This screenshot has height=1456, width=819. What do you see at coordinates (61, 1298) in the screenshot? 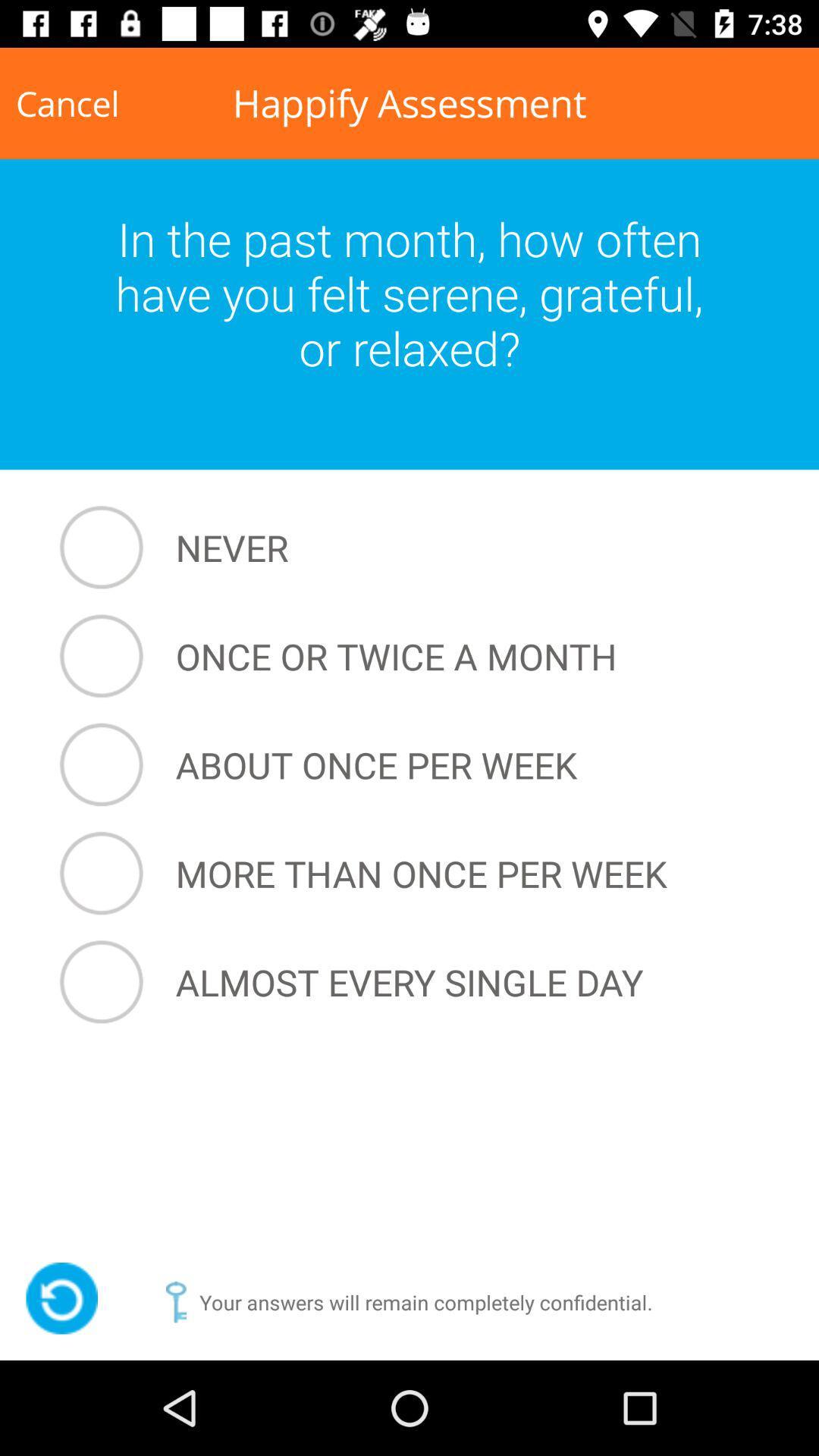
I see `the refresh icon` at bounding box center [61, 1298].